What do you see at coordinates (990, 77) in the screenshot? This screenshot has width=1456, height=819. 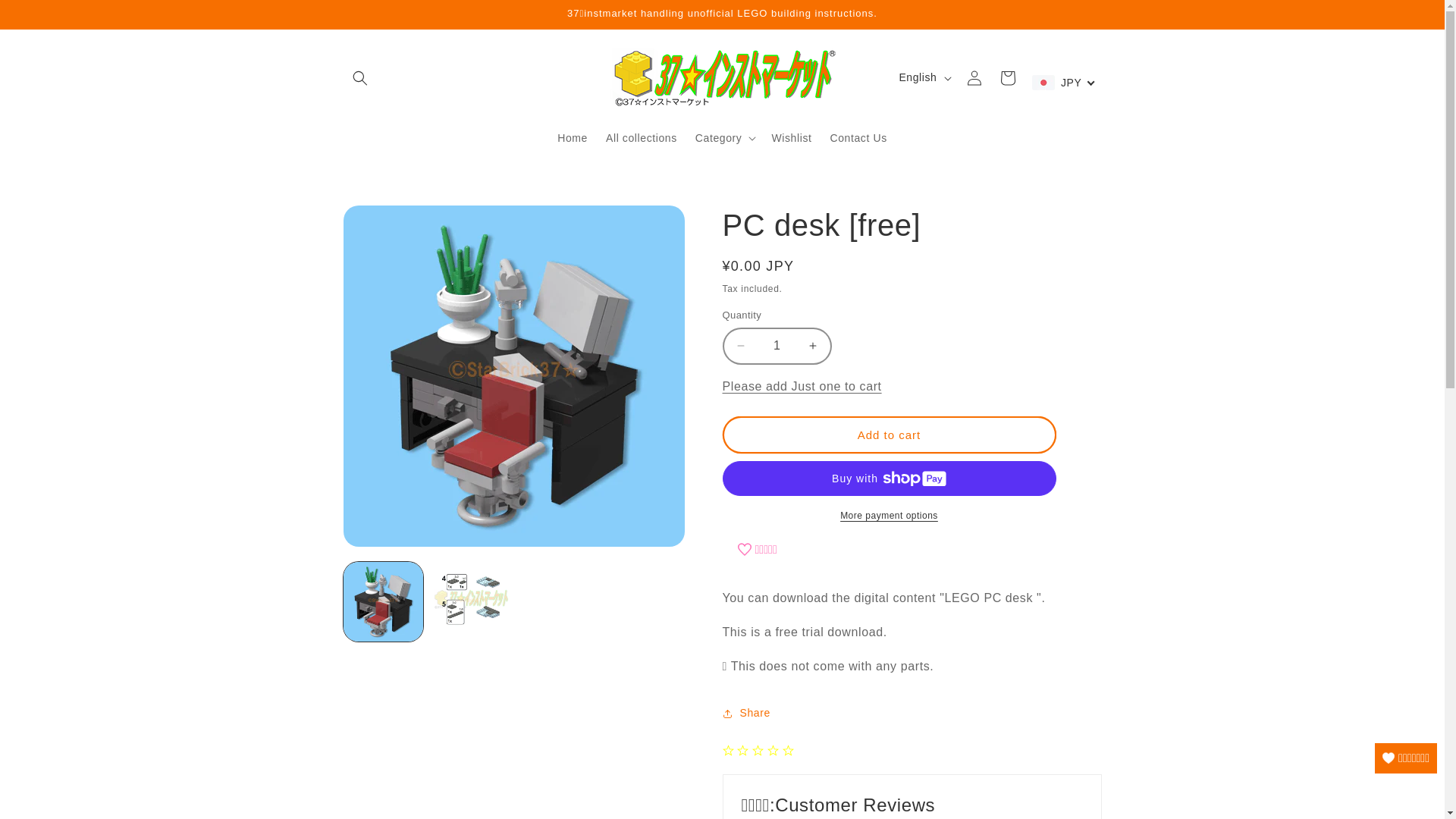 I see `'Cart'` at bounding box center [990, 77].